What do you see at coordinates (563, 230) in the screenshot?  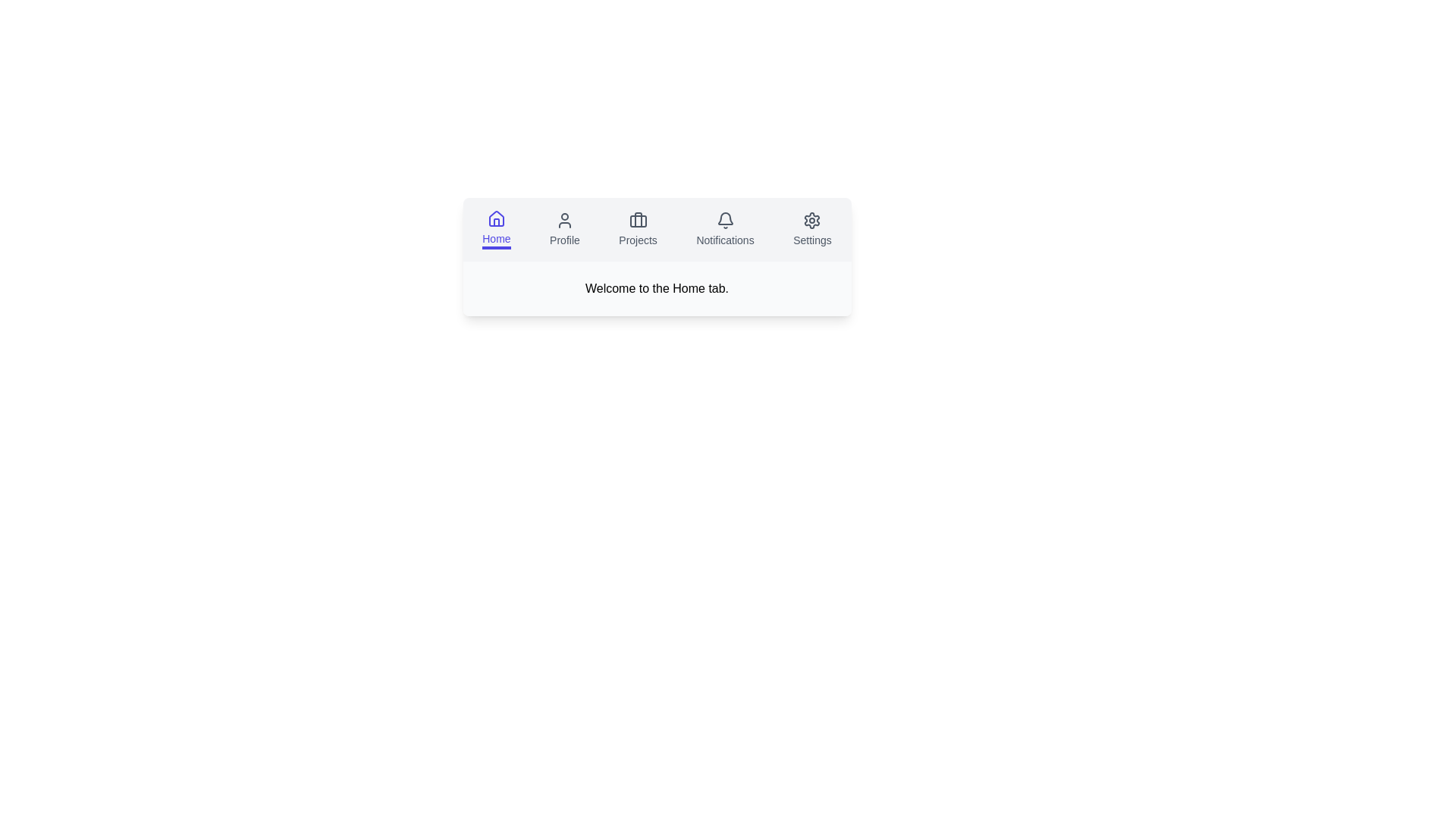 I see `the Profile Navigation button` at bounding box center [563, 230].